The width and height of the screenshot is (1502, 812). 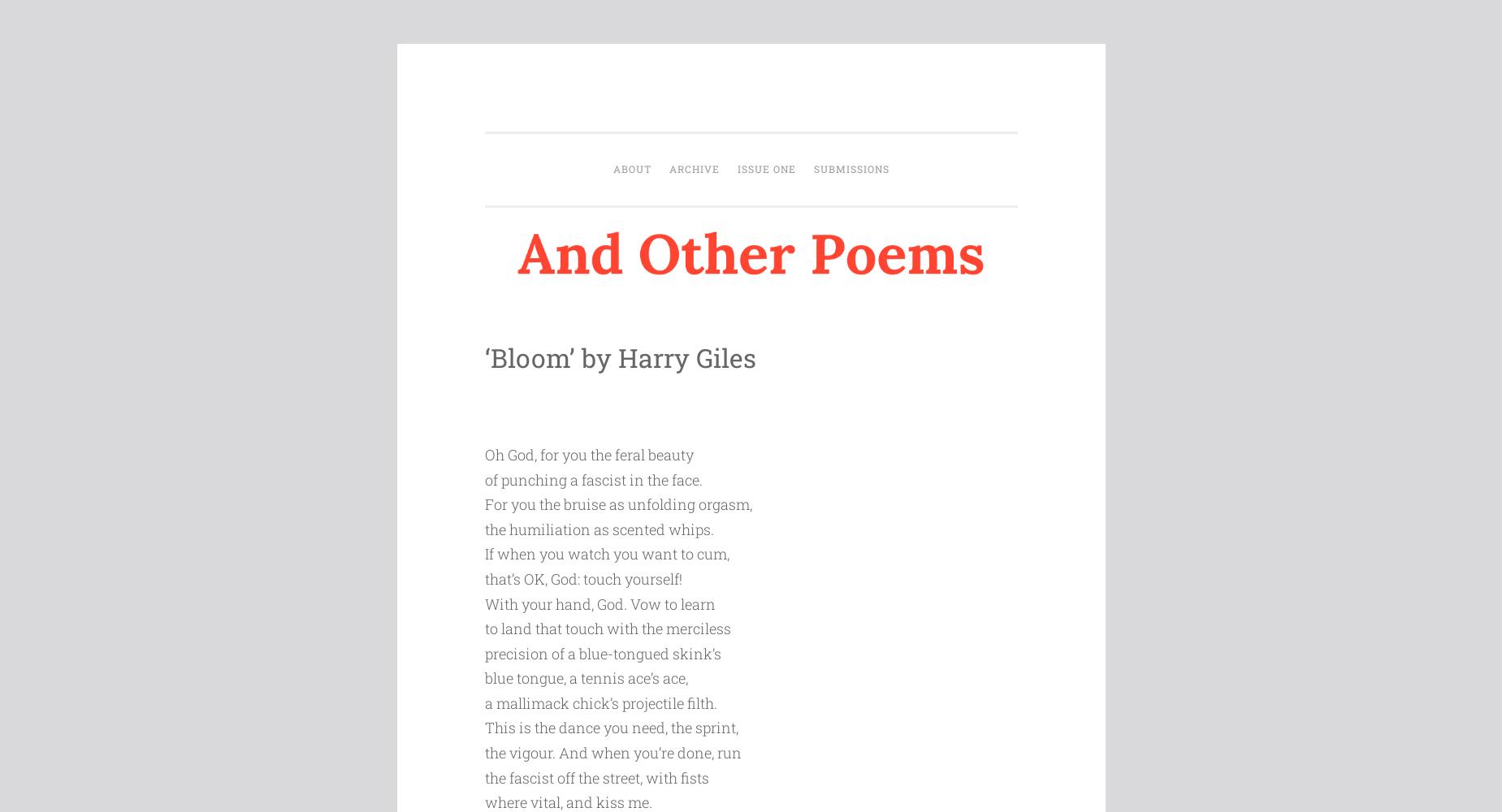 What do you see at coordinates (587, 454) in the screenshot?
I see `'Oh God, for you the feral beauty'` at bounding box center [587, 454].